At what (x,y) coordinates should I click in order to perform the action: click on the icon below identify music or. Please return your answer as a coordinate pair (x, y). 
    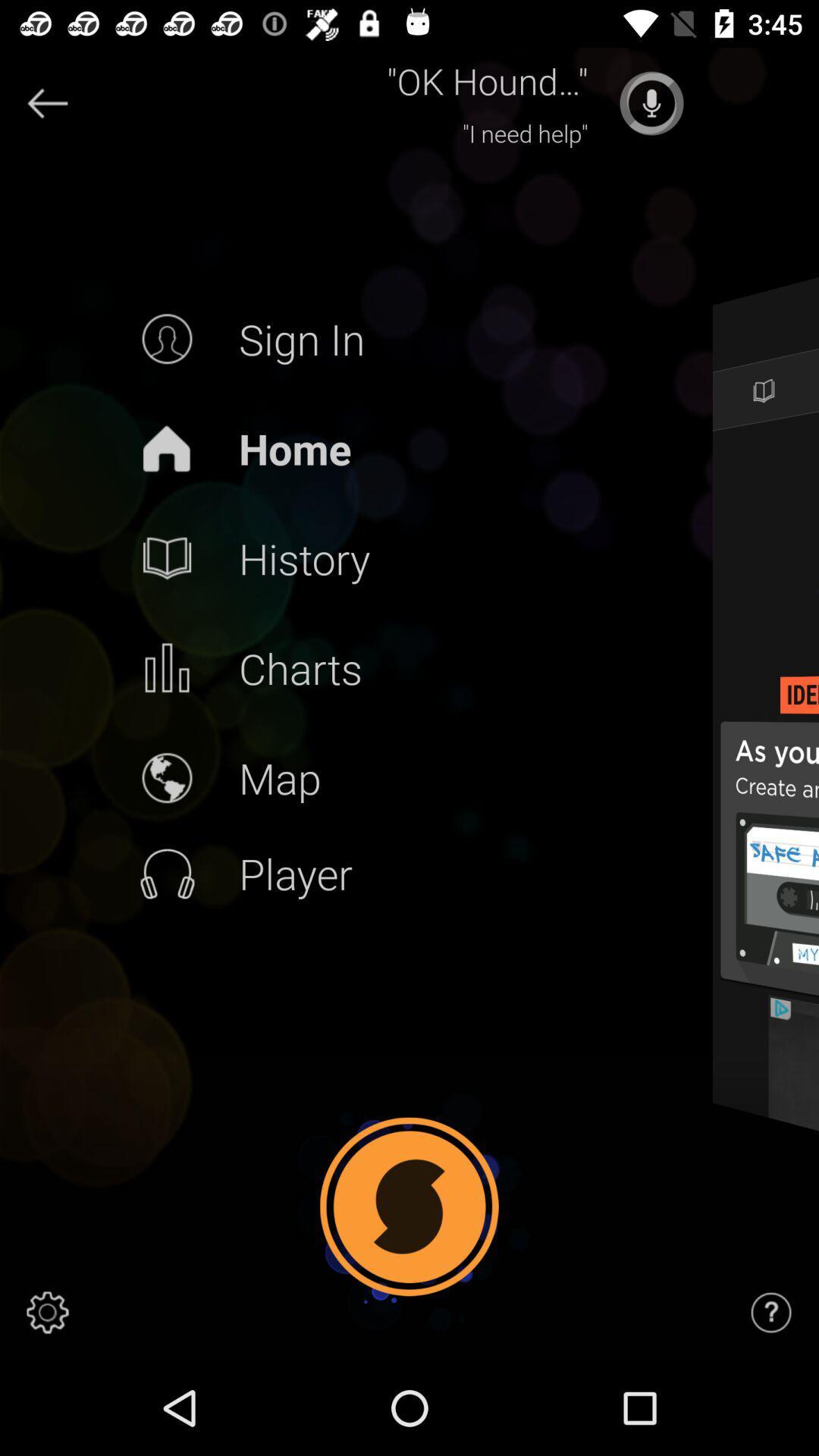
    Looking at the image, I should click on (792, 1107).